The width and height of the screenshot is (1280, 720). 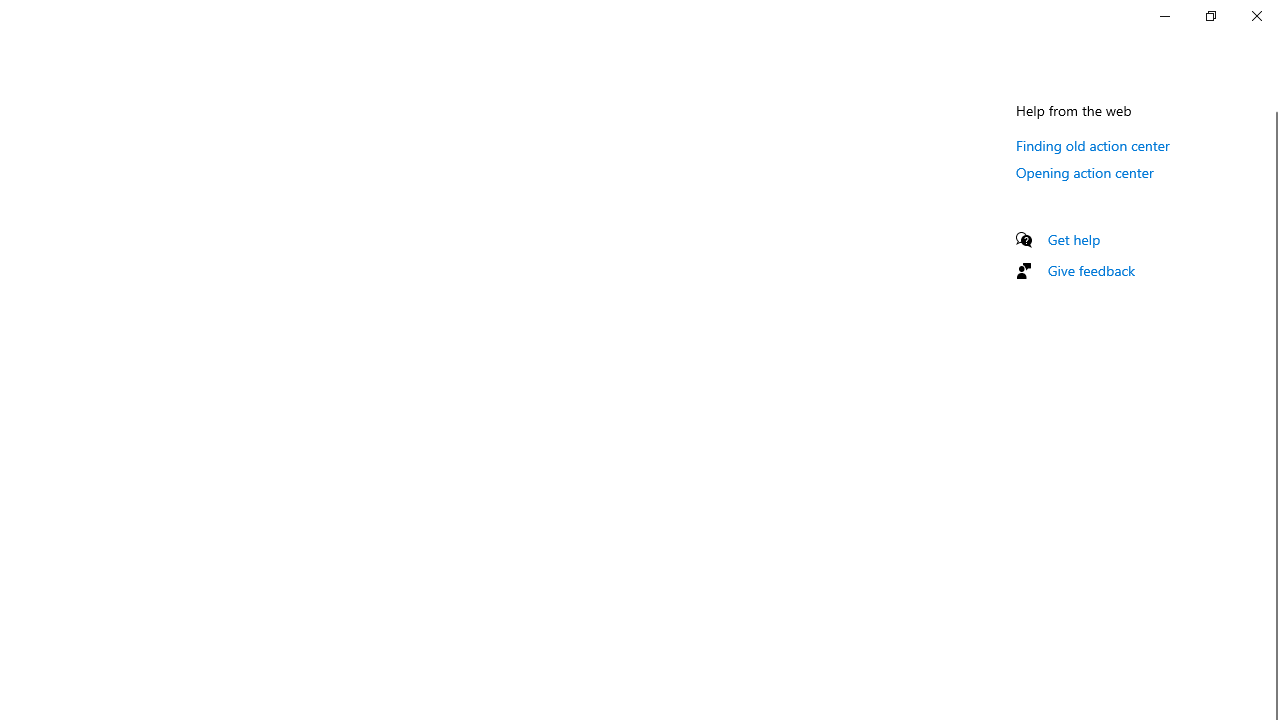 What do you see at coordinates (1092, 144) in the screenshot?
I see `'Finding old action center'` at bounding box center [1092, 144].